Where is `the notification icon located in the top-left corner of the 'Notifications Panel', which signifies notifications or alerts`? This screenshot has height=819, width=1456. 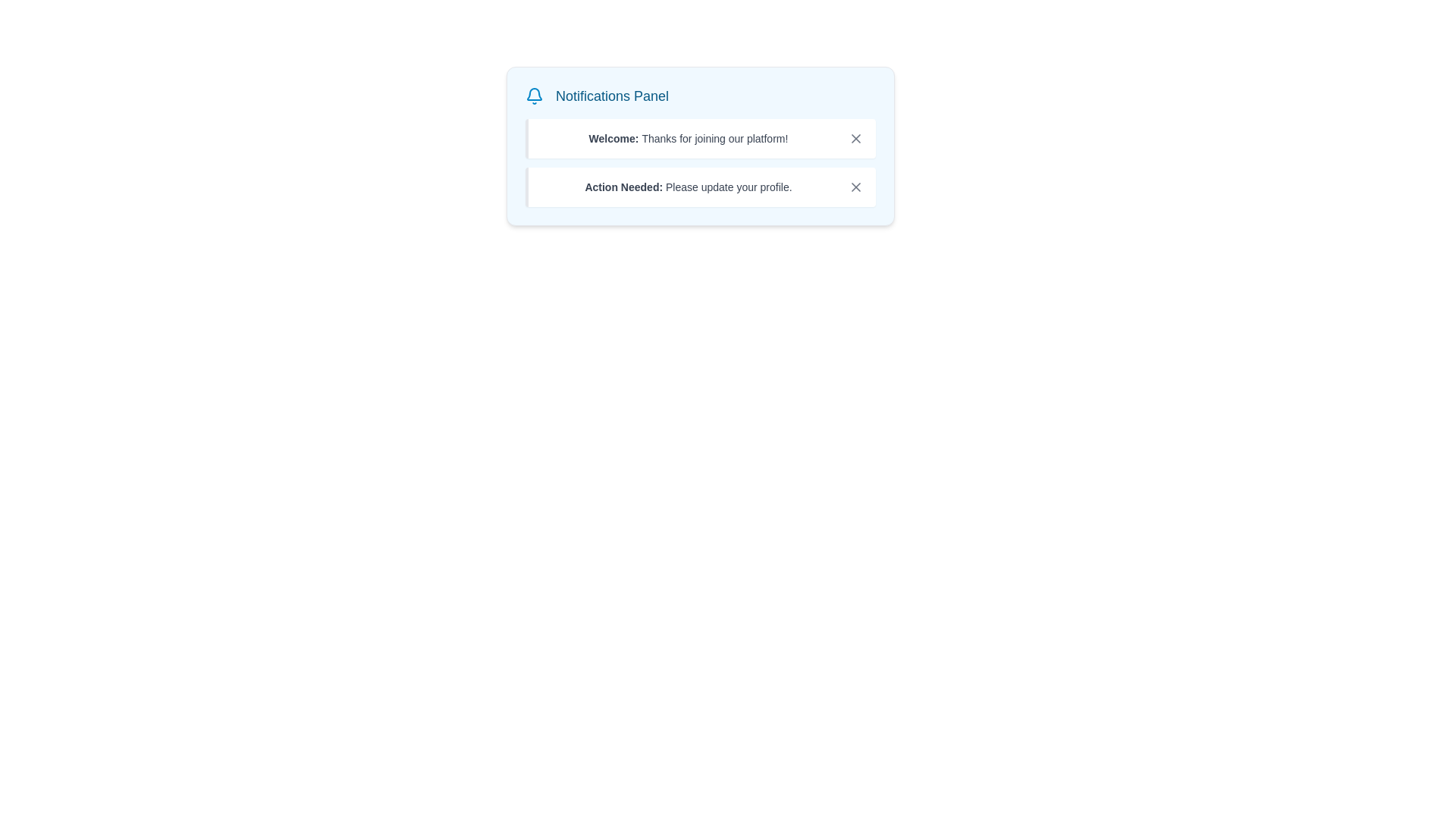
the notification icon located in the top-left corner of the 'Notifications Panel', which signifies notifications or alerts is located at coordinates (535, 96).